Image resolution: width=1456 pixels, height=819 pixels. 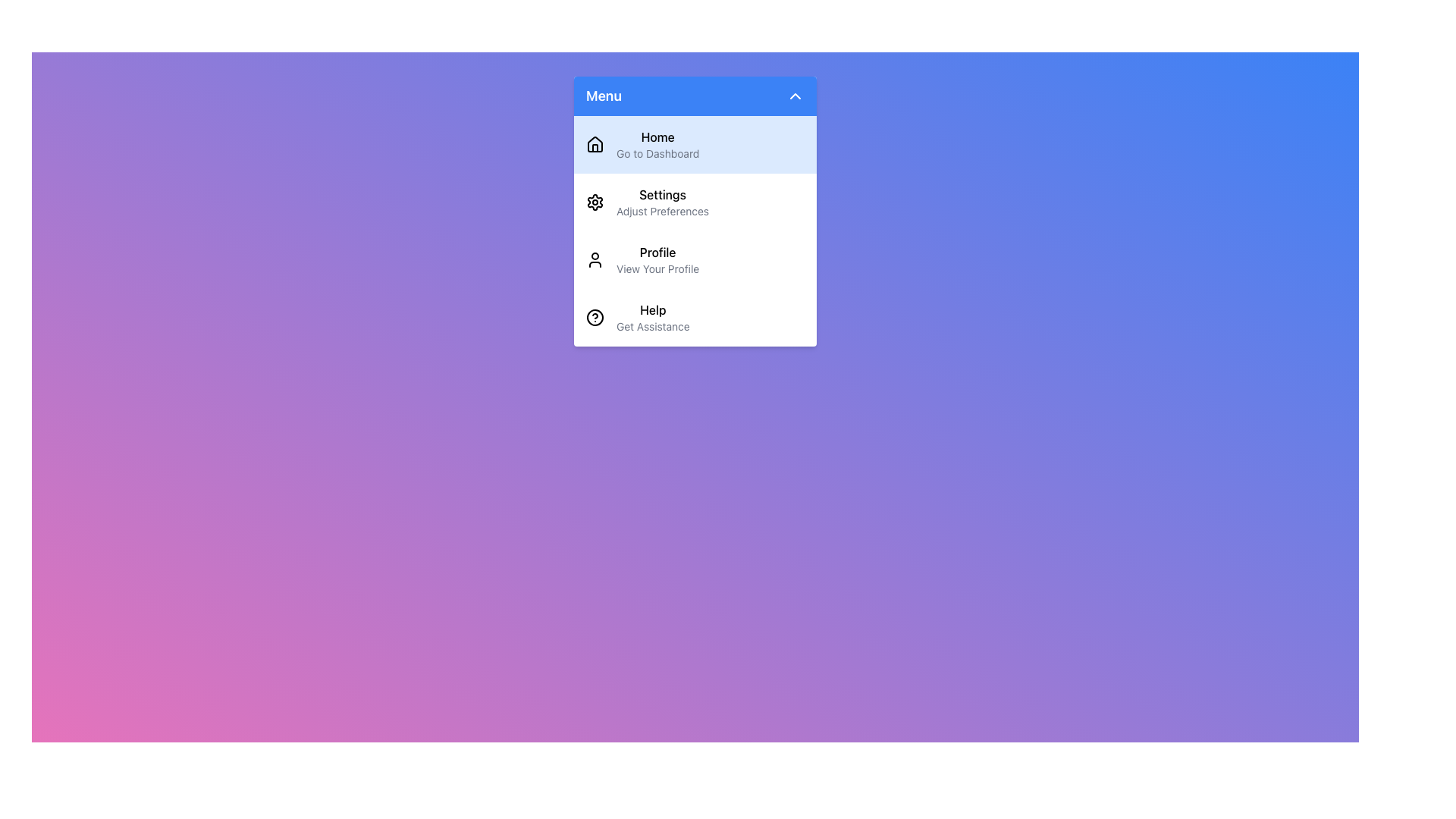 I want to click on the descriptive text label for the 'Profile' section, which is centered beneath the 'Profile' label in the menu, so click(x=657, y=268).